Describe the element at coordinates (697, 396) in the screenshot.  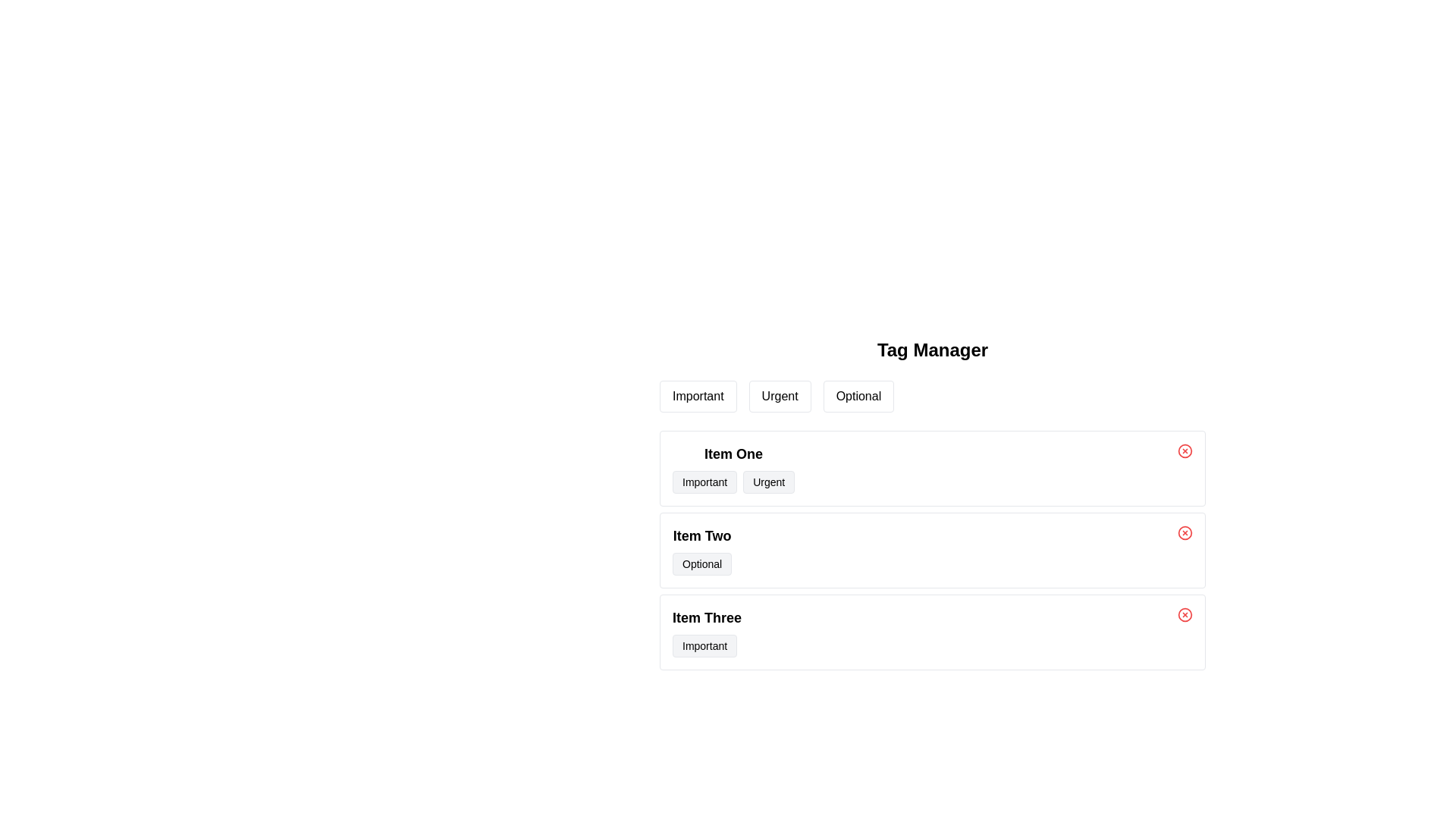
I see `the 'Important' button, which is a rectangular button with a white background and black text, located at the top-left of three horizontally-aligned buttons below the title 'Tag Manager'` at that location.